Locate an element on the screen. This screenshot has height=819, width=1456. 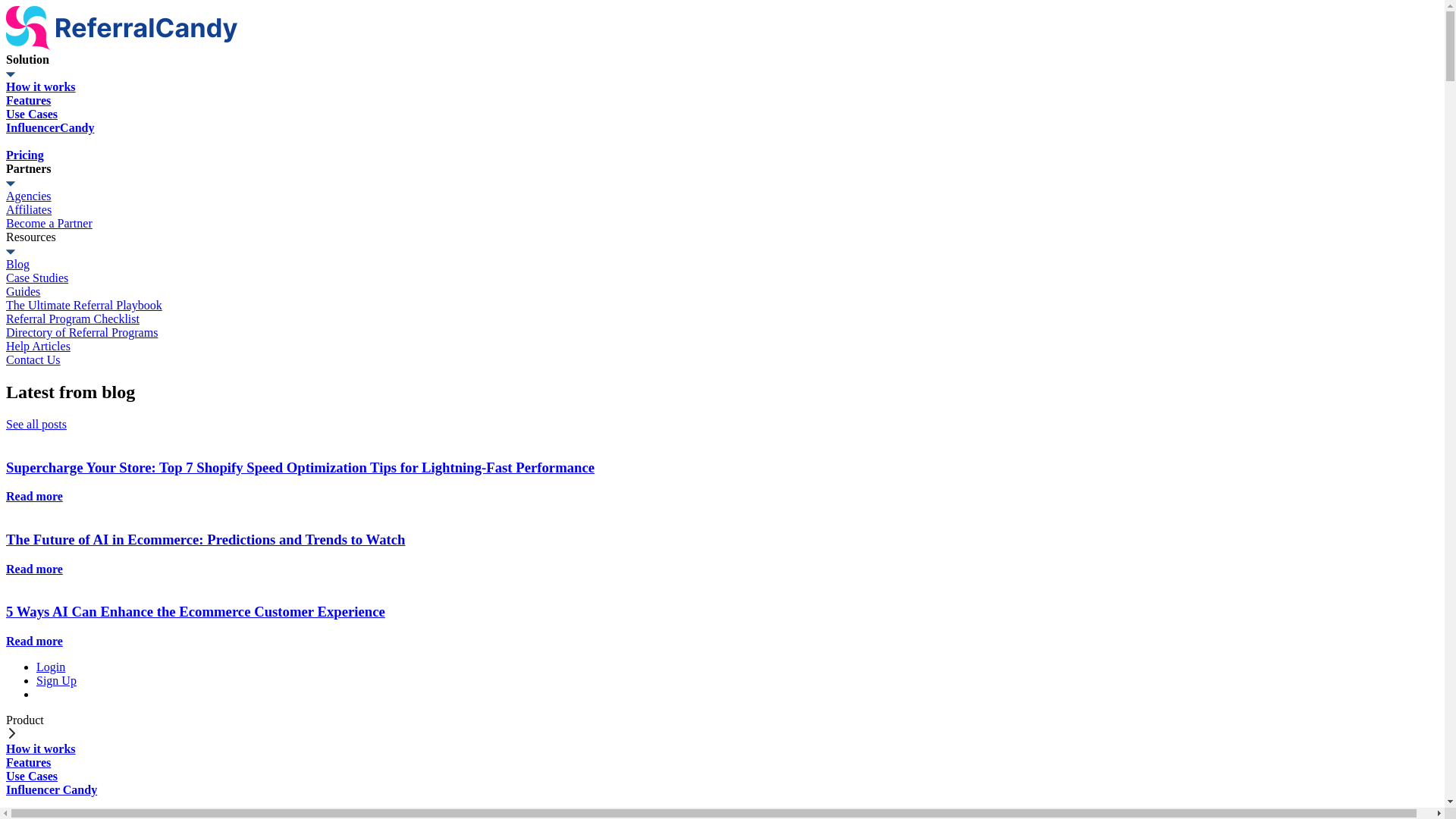
'The Ultimate Referral Playbook' is located at coordinates (6, 305).